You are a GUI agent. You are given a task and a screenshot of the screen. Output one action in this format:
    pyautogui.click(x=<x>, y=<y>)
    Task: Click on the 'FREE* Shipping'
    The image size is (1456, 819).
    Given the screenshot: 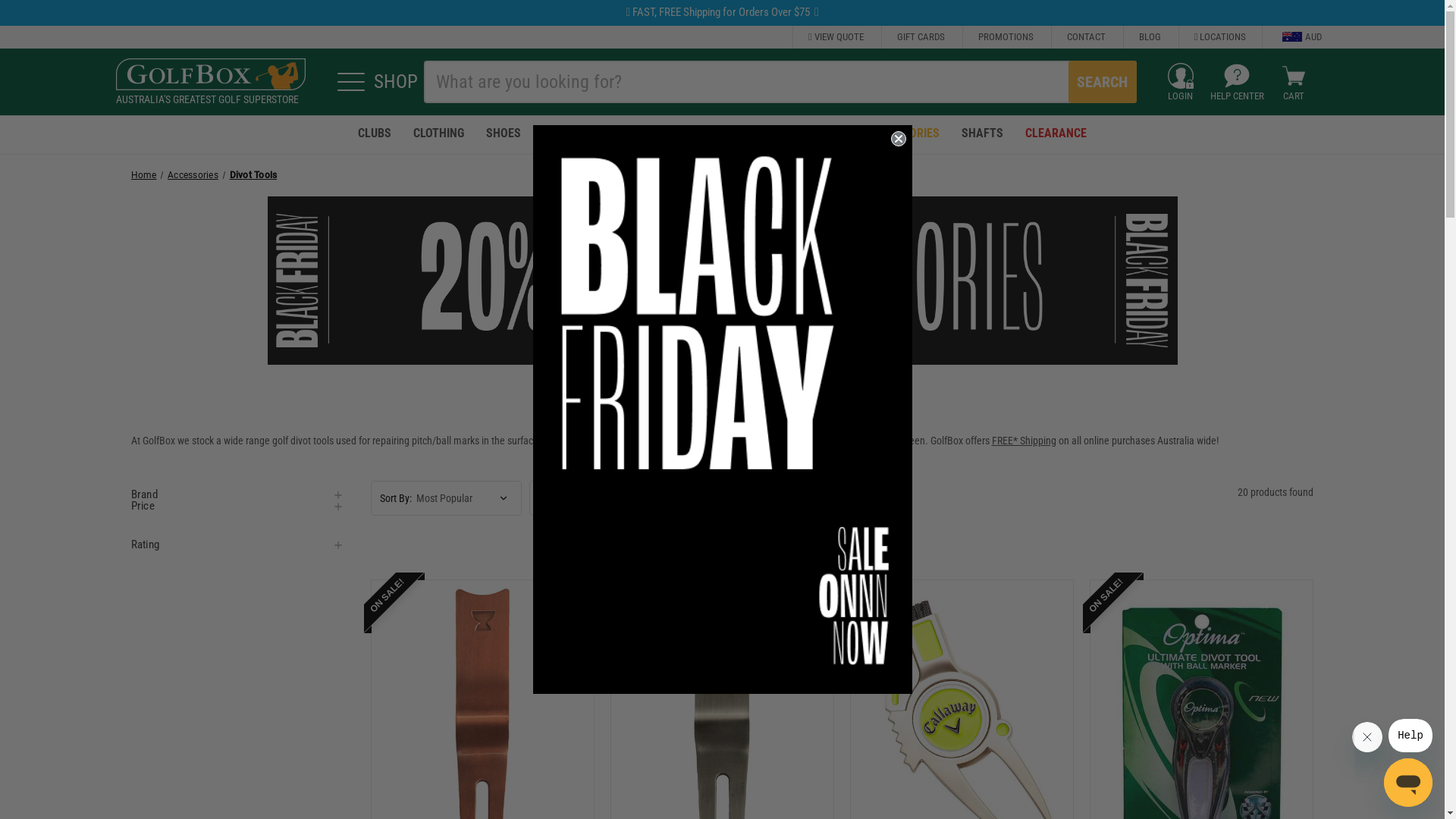 What is the action you would take?
    pyautogui.click(x=1024, y=441)
    